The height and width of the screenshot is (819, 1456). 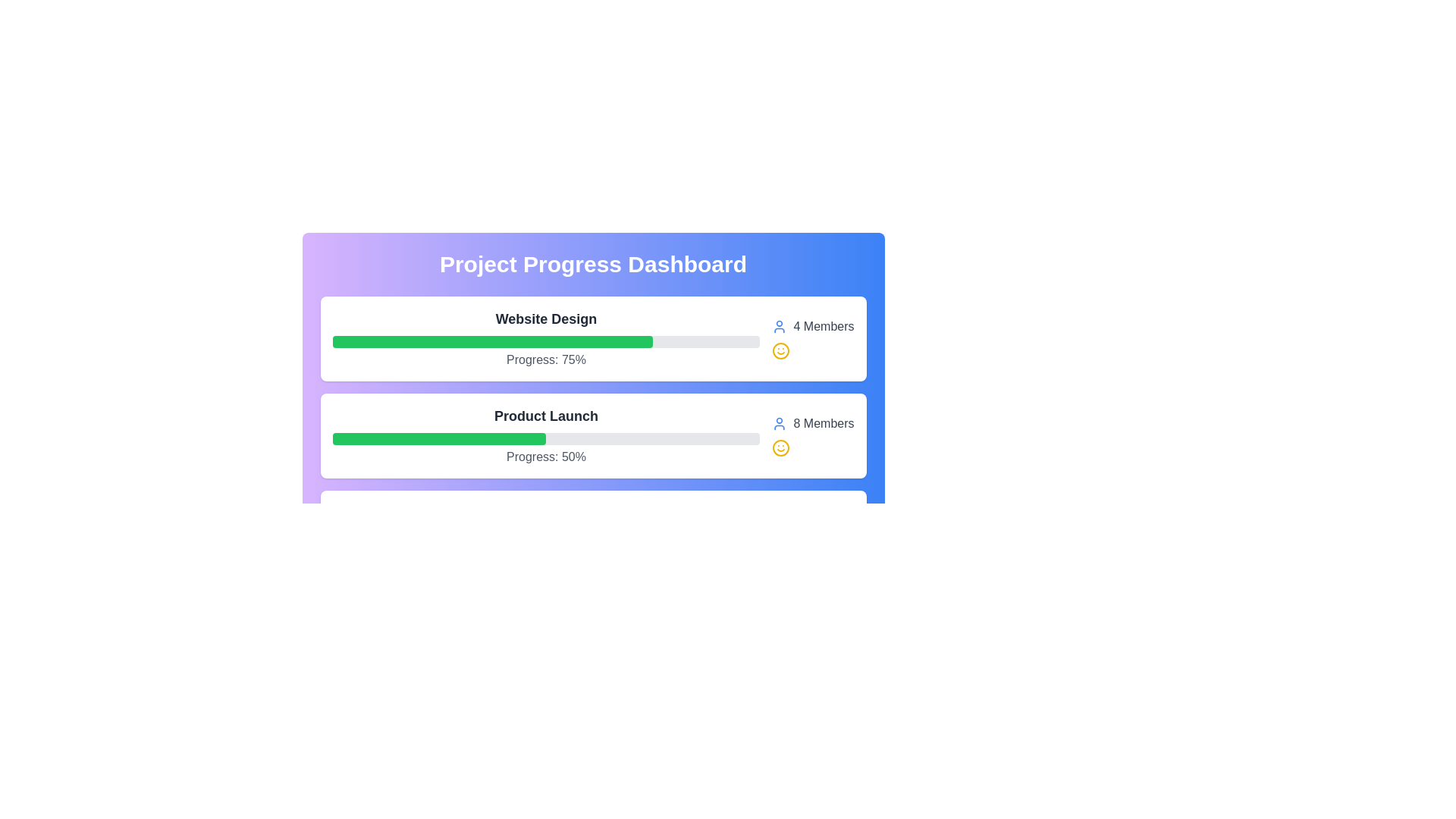 What do you see at coordinates (546, 435) in the screenshot?
I see `the progress bar labeled 'Product Launch' showing 'Progress: 50%' to indicate its current status in the second card of the vertical stack` at bounding box center [546, 435].